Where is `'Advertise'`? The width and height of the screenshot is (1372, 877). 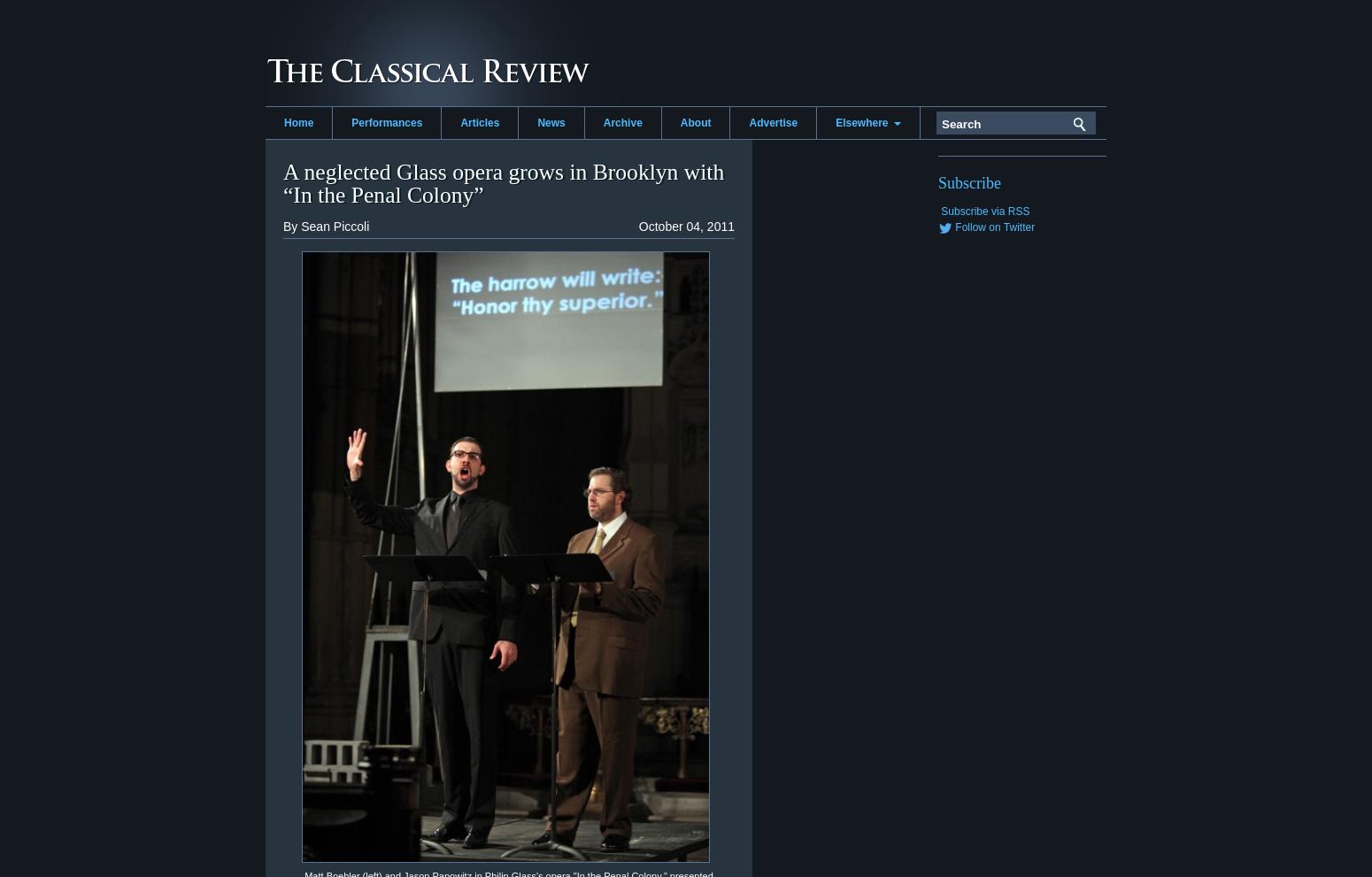
'Advertise' is located at coordinates (747, 123).